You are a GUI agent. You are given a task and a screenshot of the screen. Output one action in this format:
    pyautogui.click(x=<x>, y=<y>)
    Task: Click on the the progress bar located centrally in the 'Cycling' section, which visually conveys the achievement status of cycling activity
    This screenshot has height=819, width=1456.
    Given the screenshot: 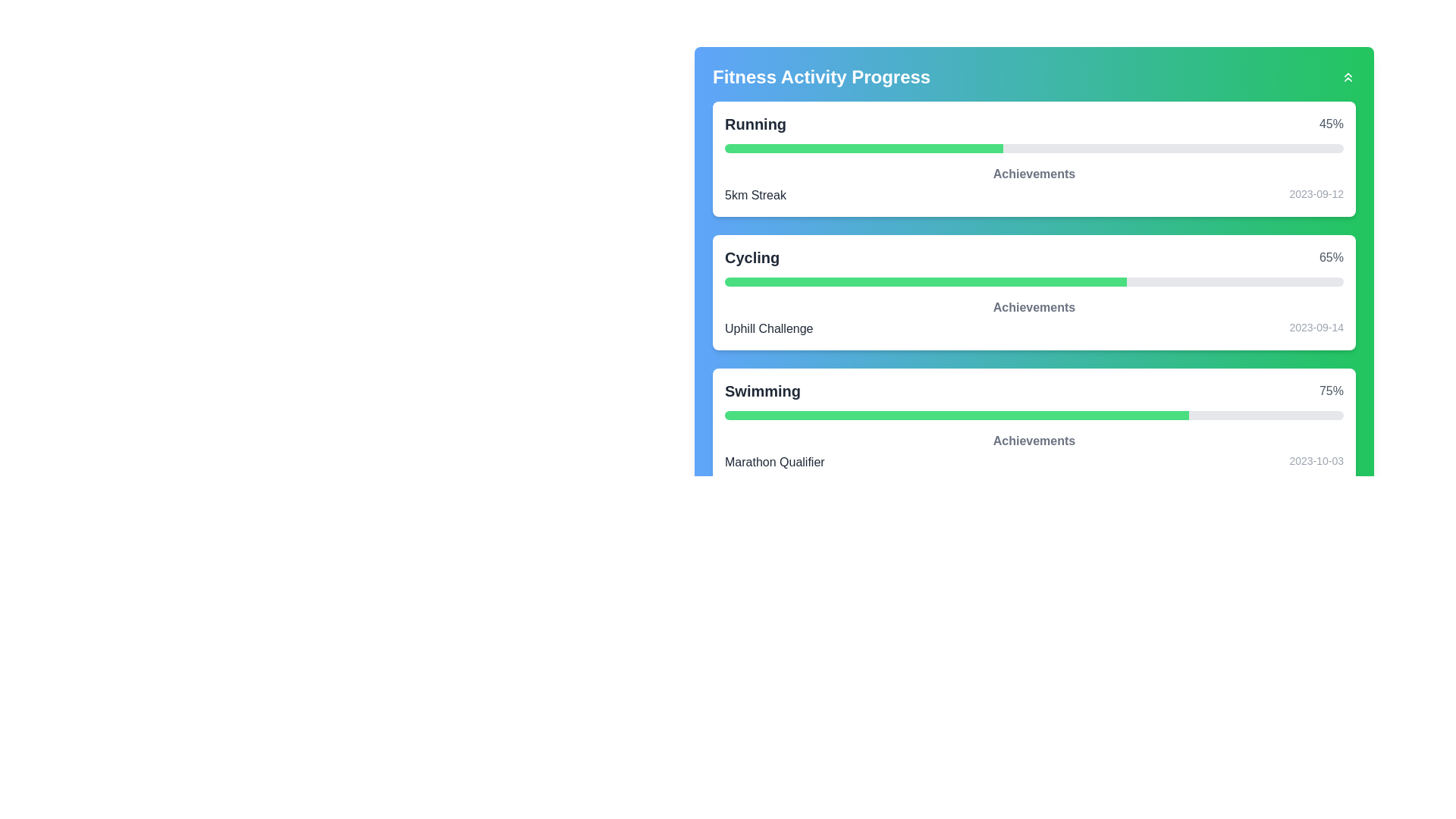 What is the action you would take?
    pyautogui.click(x=1033, y=281)
    